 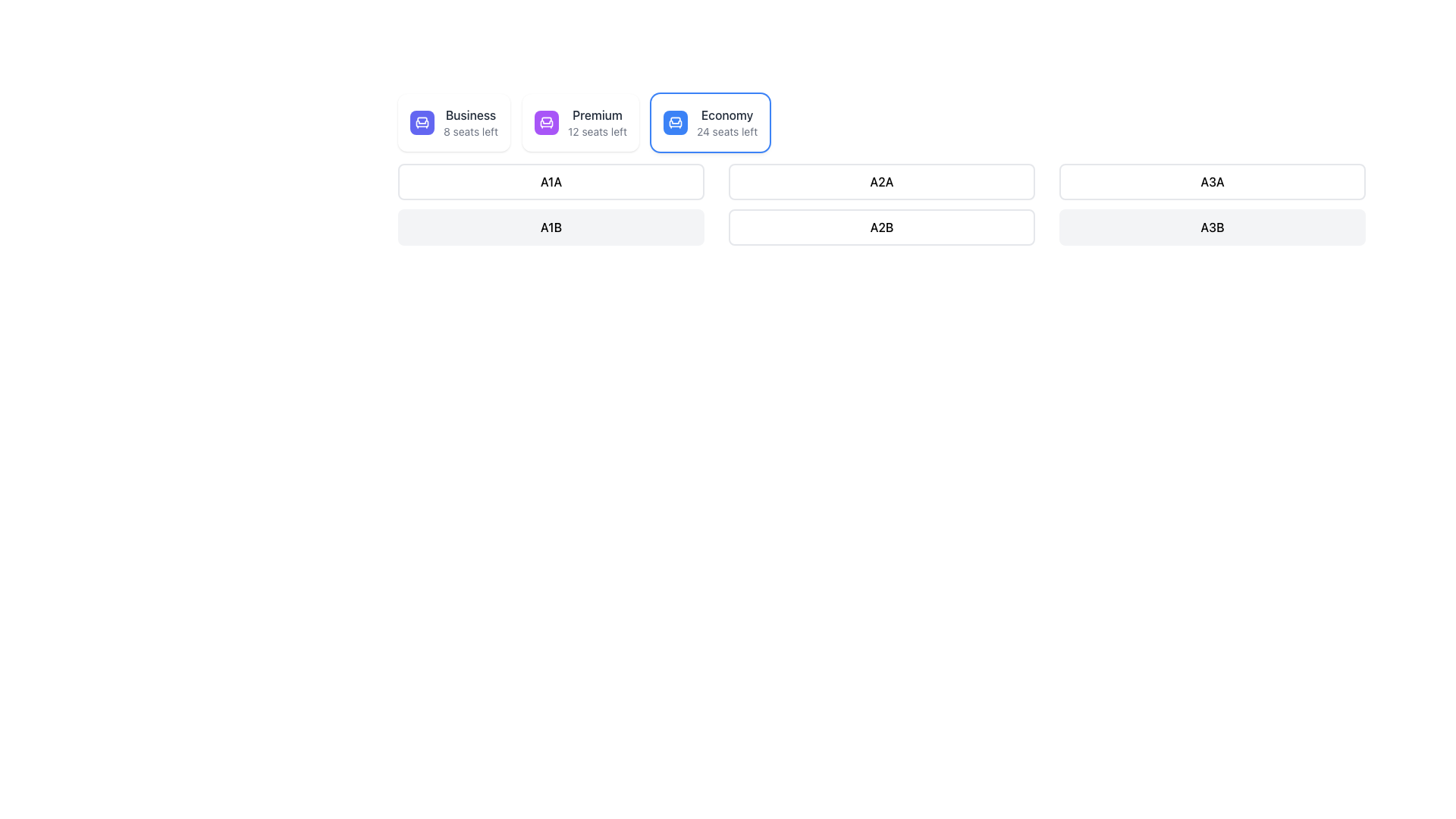 I want to click on the text label 'A1A', so click(x=550, y=180).